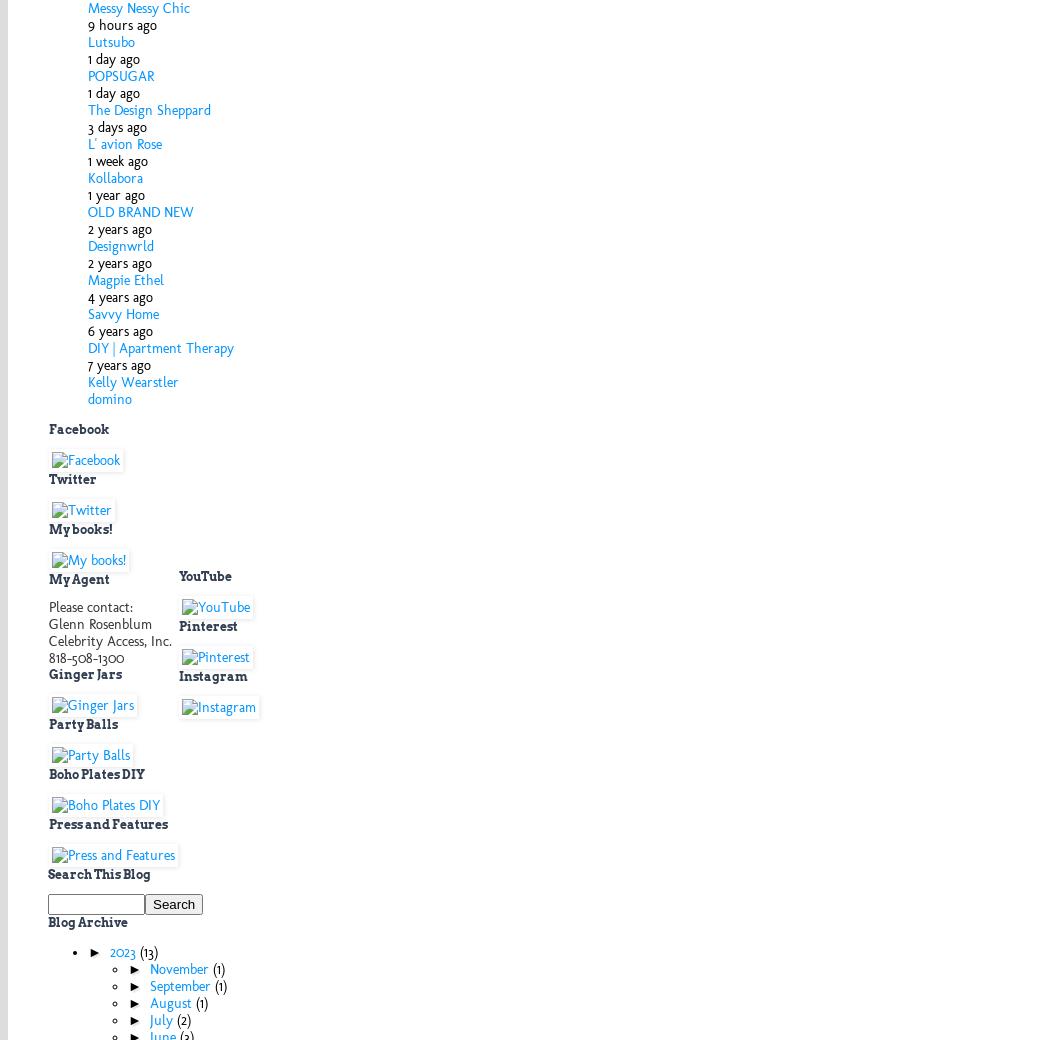  I want to click on 'DIY | Apartment Therapy', so click(87, 346).